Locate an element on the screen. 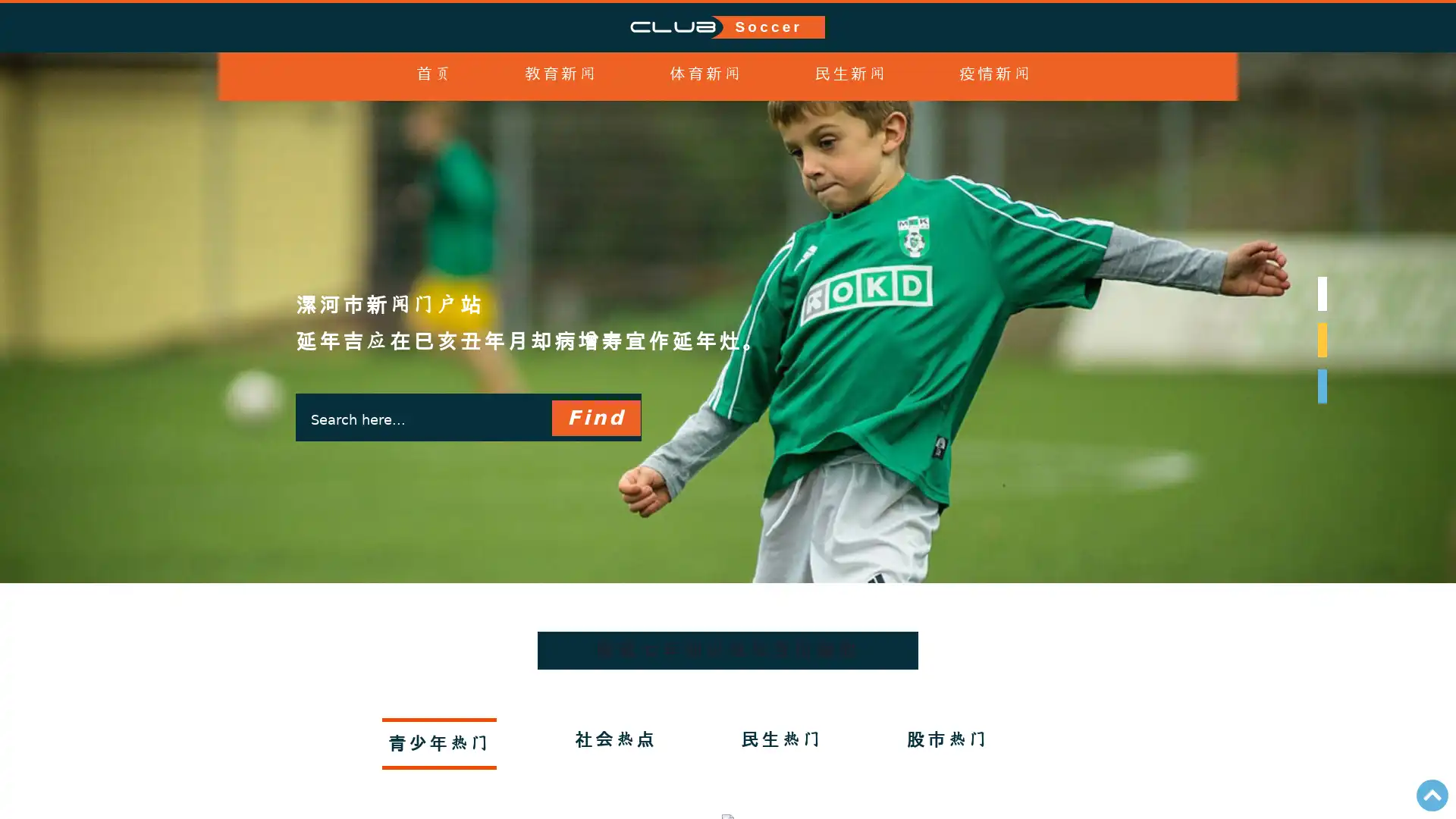 The height and width of the screenshot is (819, 1456). Find is located at coordinates (595, 418).